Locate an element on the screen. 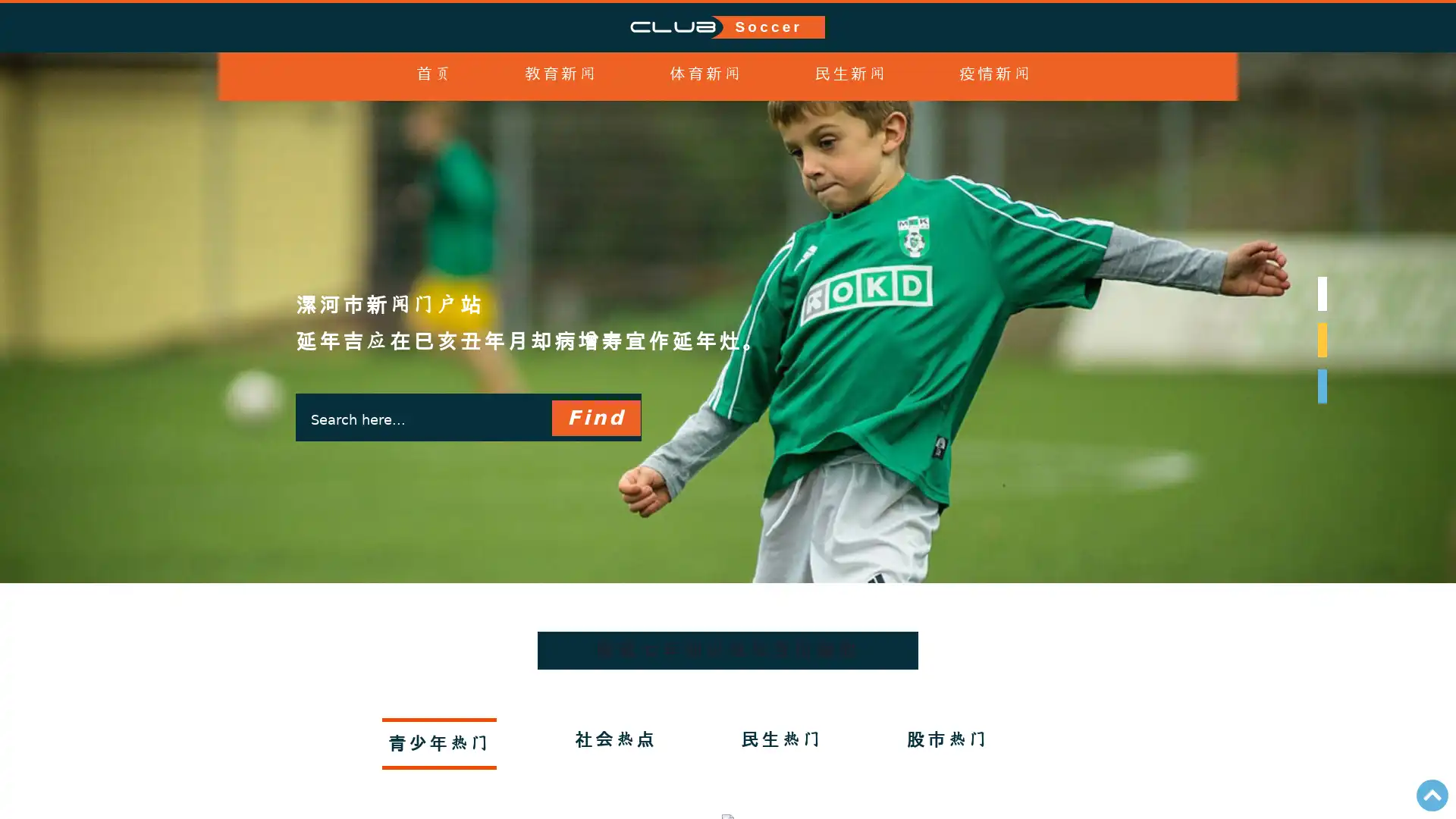 The height and width of the screenshot is (819, 1456). Find is located at coordinates (595, 418).